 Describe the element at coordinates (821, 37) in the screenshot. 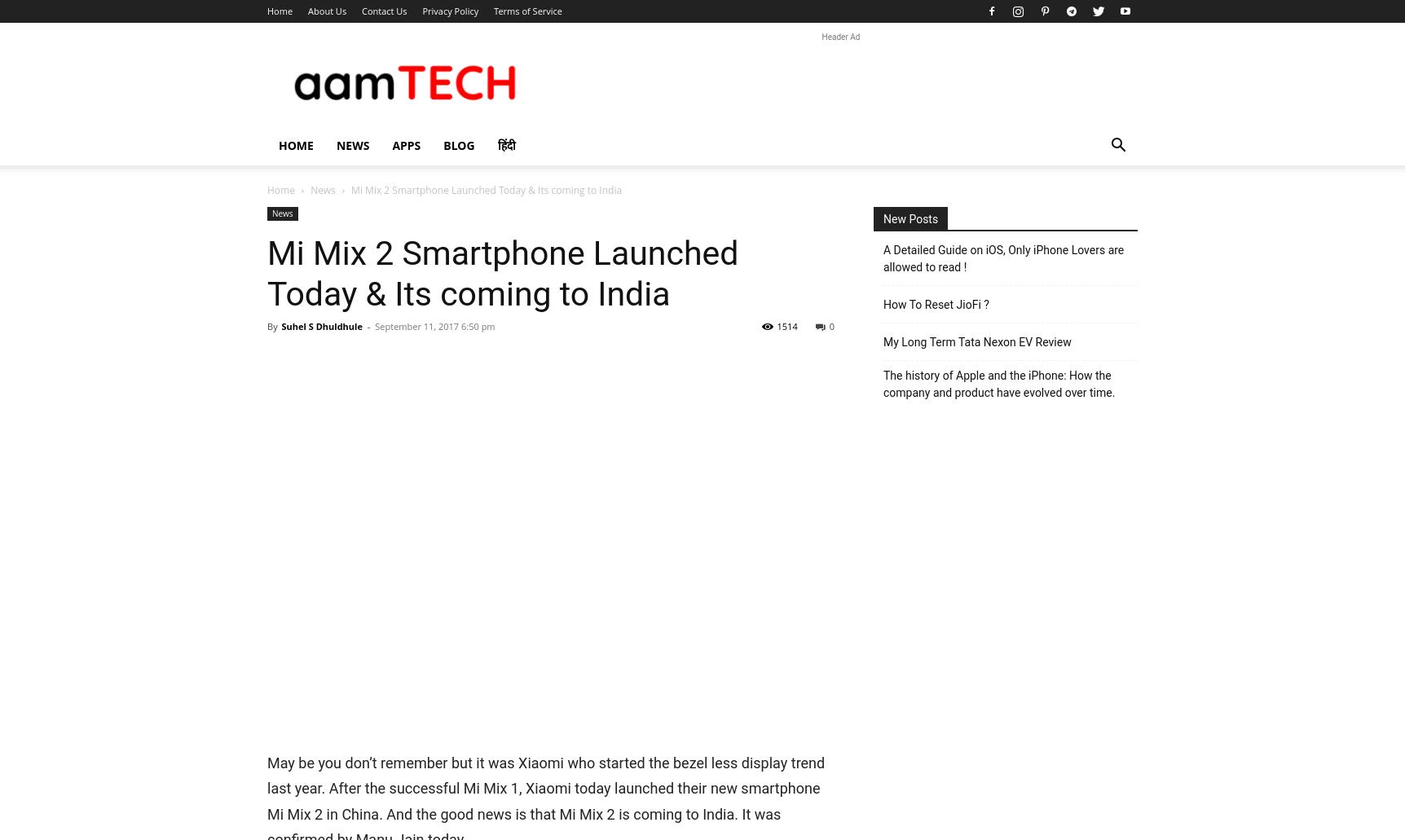

I see `'Header Ad'` at that location.